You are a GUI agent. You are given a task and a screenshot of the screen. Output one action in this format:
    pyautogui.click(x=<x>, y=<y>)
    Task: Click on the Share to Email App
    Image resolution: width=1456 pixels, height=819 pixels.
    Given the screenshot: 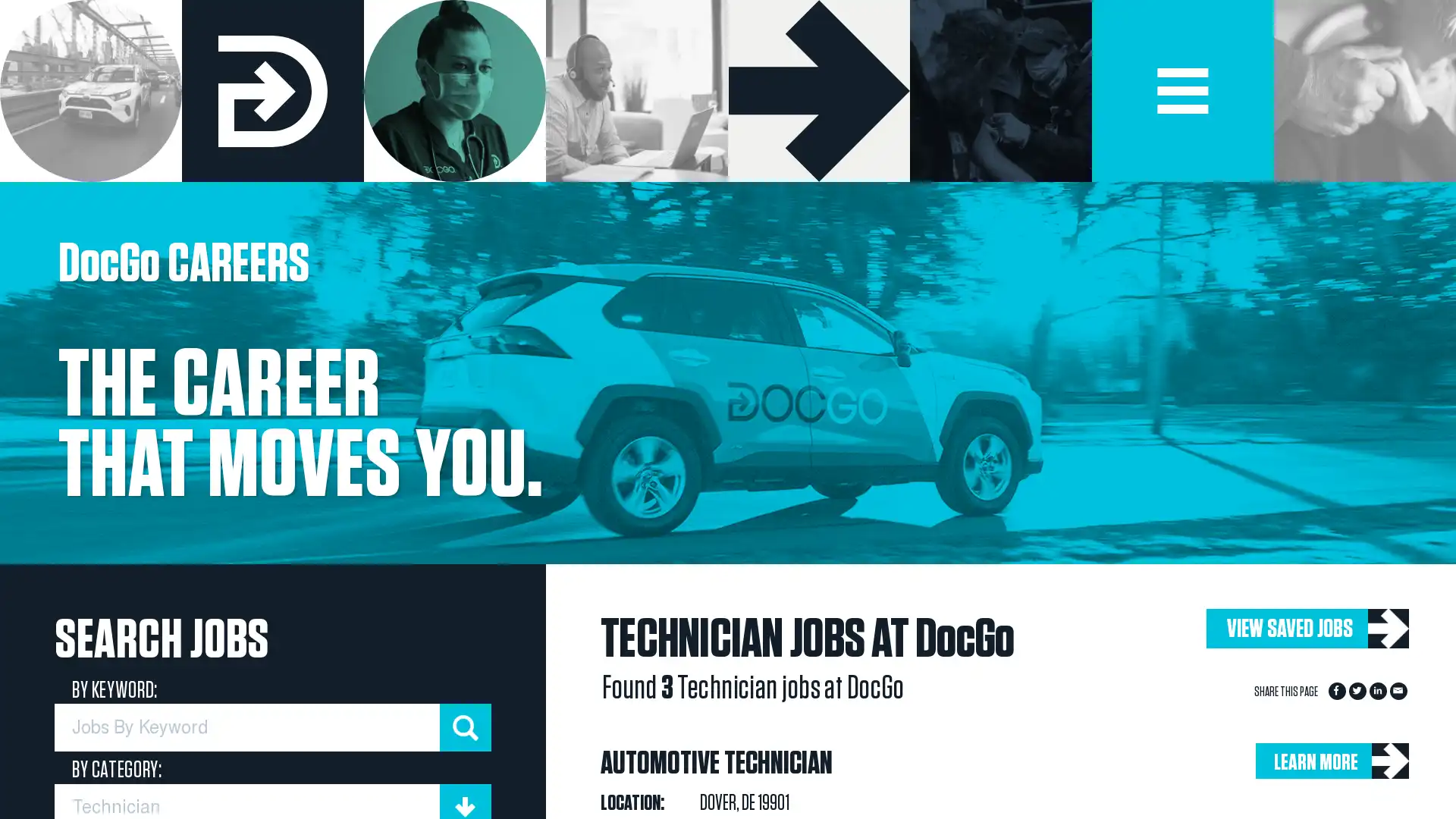 What is the action you would take?
    pyautogui.click(x=1397, y=690)
    